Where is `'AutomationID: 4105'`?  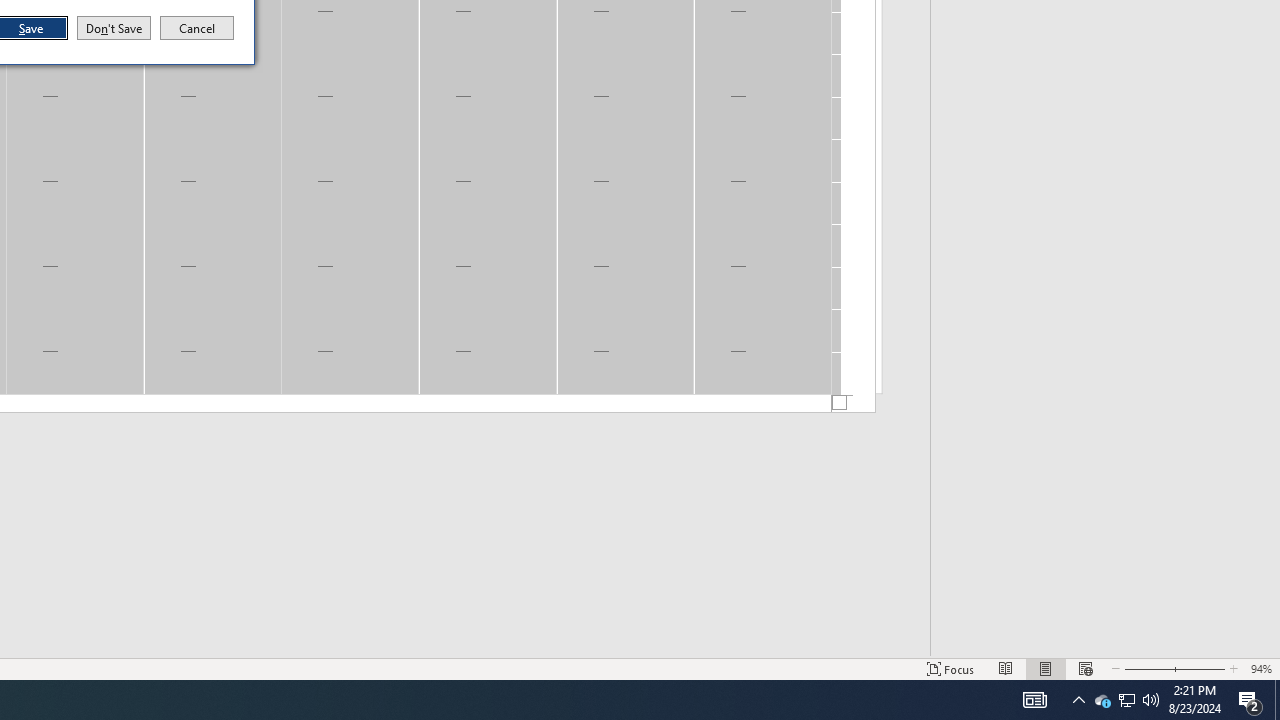
'AutomationID: 4105' is located at coordinates (1006, 669).